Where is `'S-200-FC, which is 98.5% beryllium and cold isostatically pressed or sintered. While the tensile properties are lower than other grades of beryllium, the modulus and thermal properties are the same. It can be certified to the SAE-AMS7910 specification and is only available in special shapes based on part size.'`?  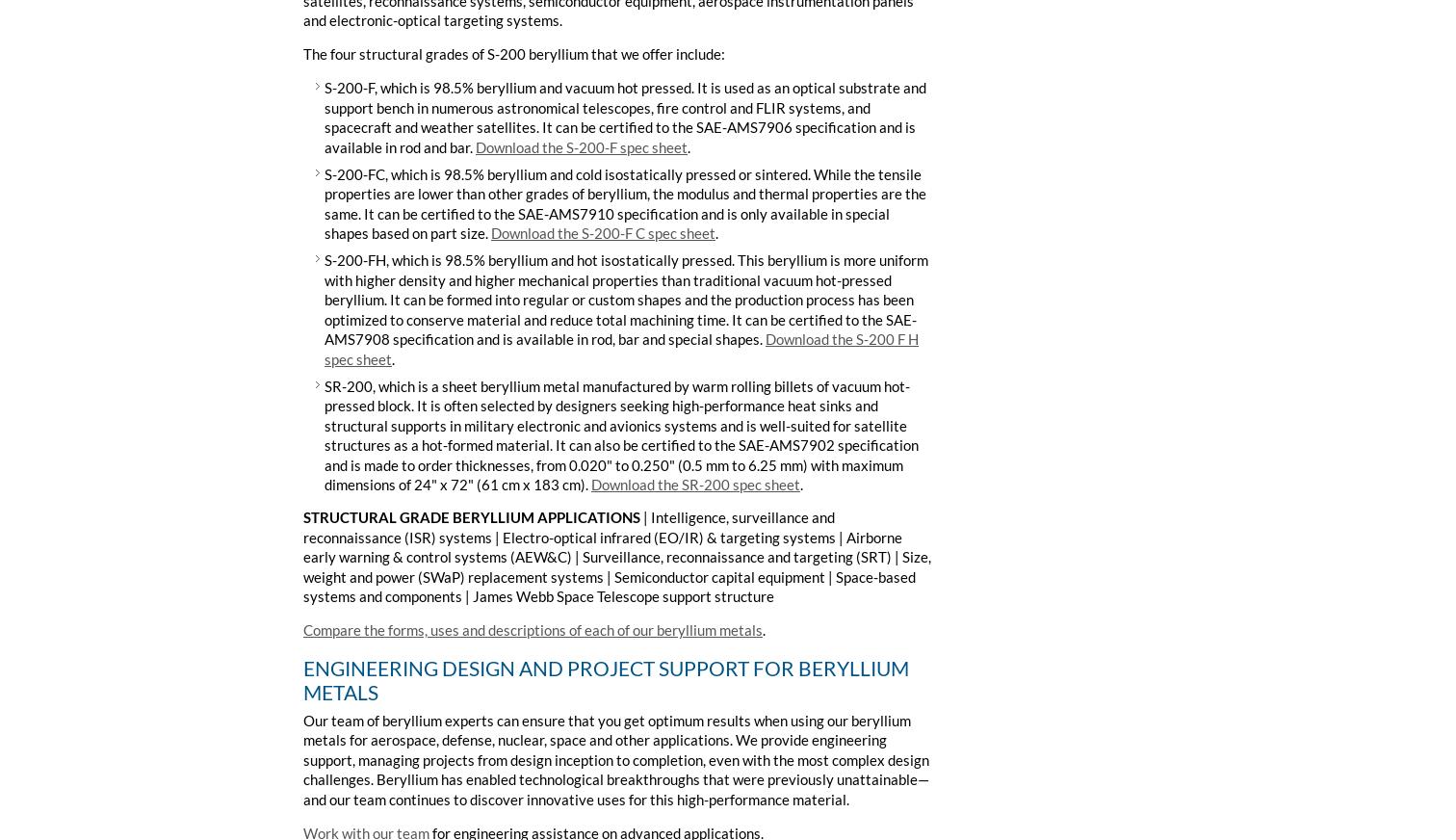
'S-200-FC, which is 98.5% beryllium and cold isostatically pressed or sintered. While the tensile properties are lower than other grades of beryllium, the modulus and thermal properties are the same. It can be certified to the SAE-AMS7910 specification and is only available in special shapes based on part size.' is located at coordinates (625, 203).